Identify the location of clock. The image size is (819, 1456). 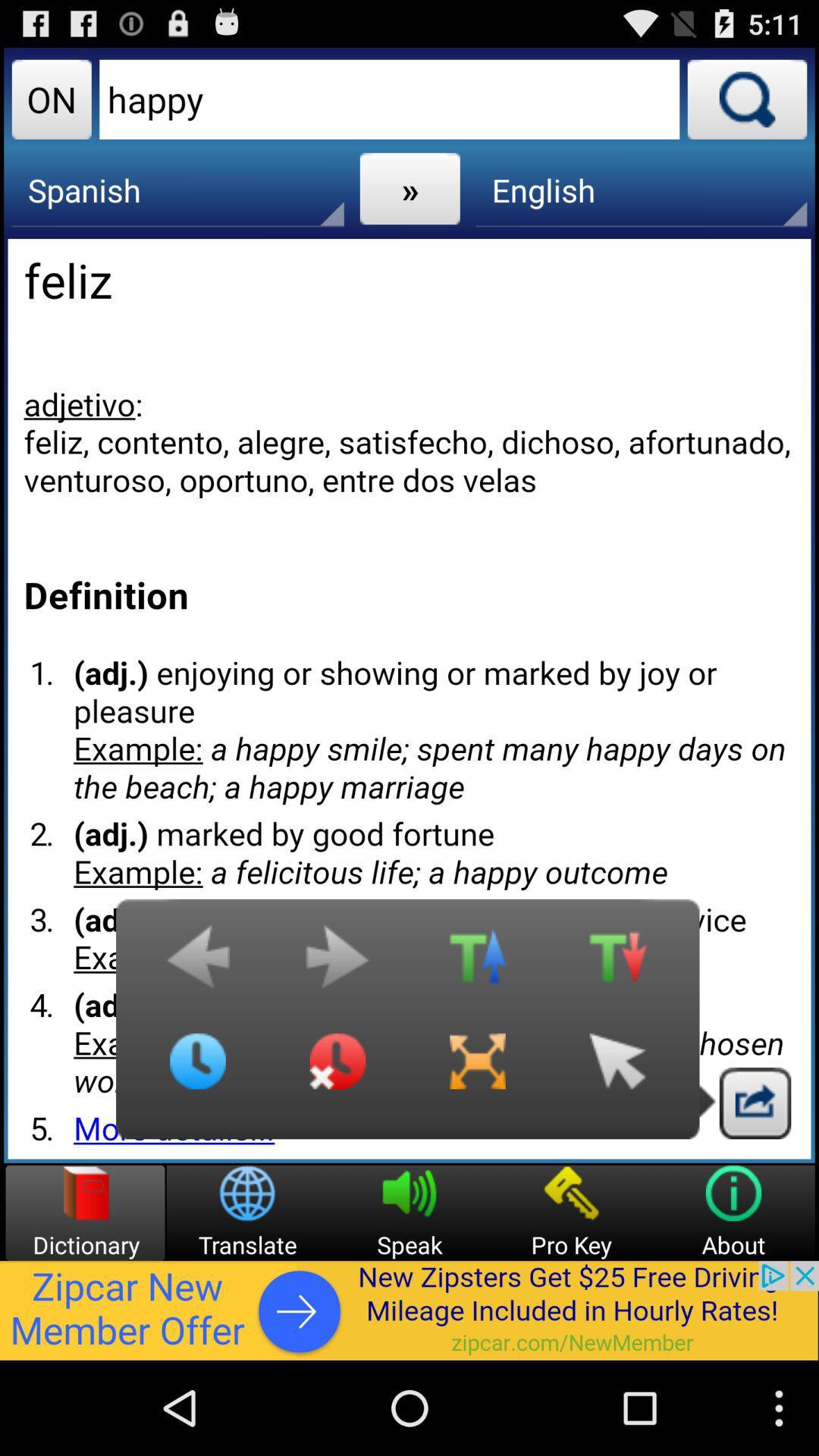
(197, 1072).